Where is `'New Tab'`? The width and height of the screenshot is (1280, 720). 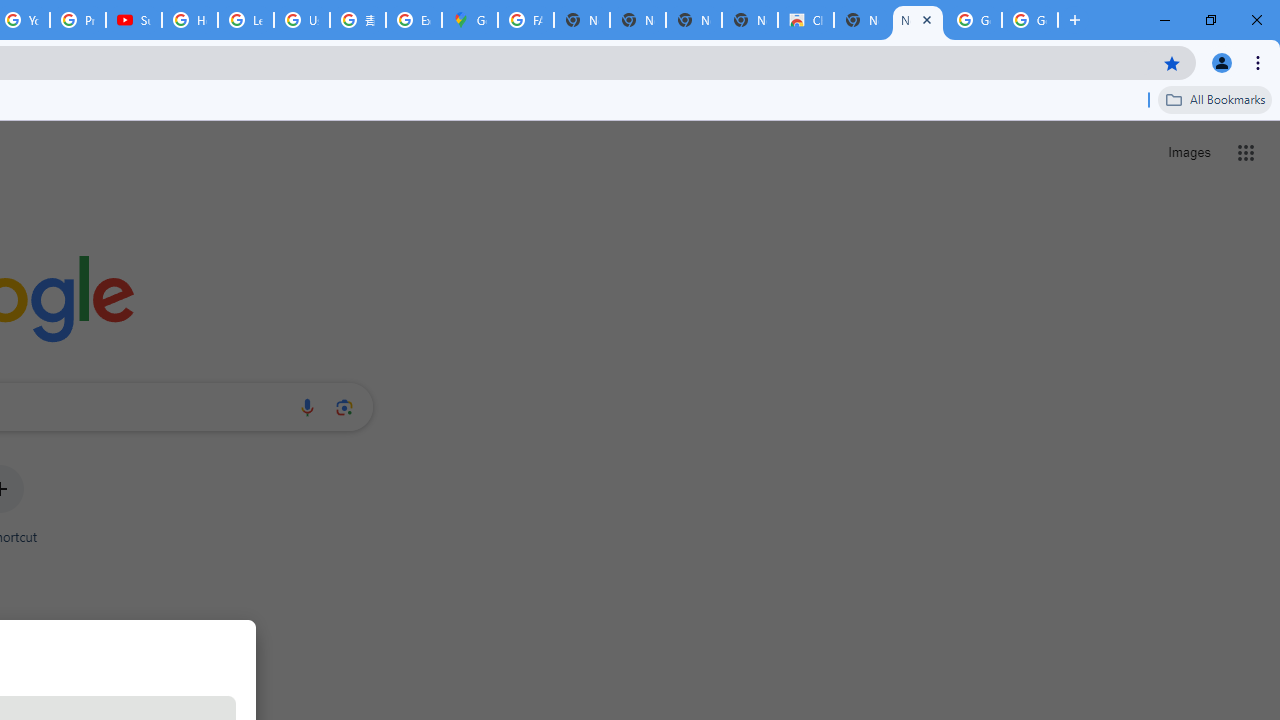 'New Tab' is located at coordinates (916, 20).